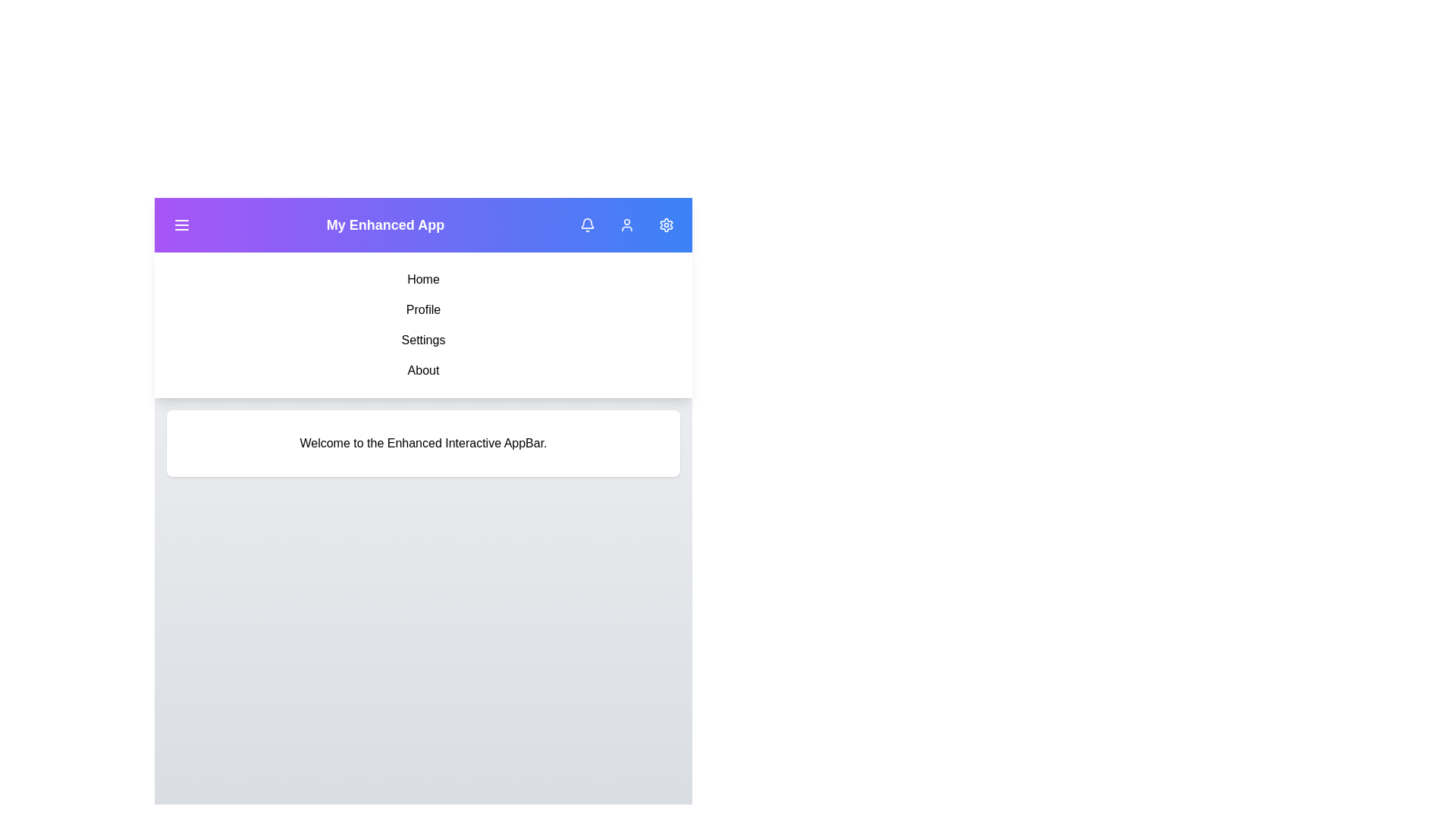 The image size is (1456, 819). I want to click on the menu item Settings to navigate to the corresponding section, so click(423, 339).